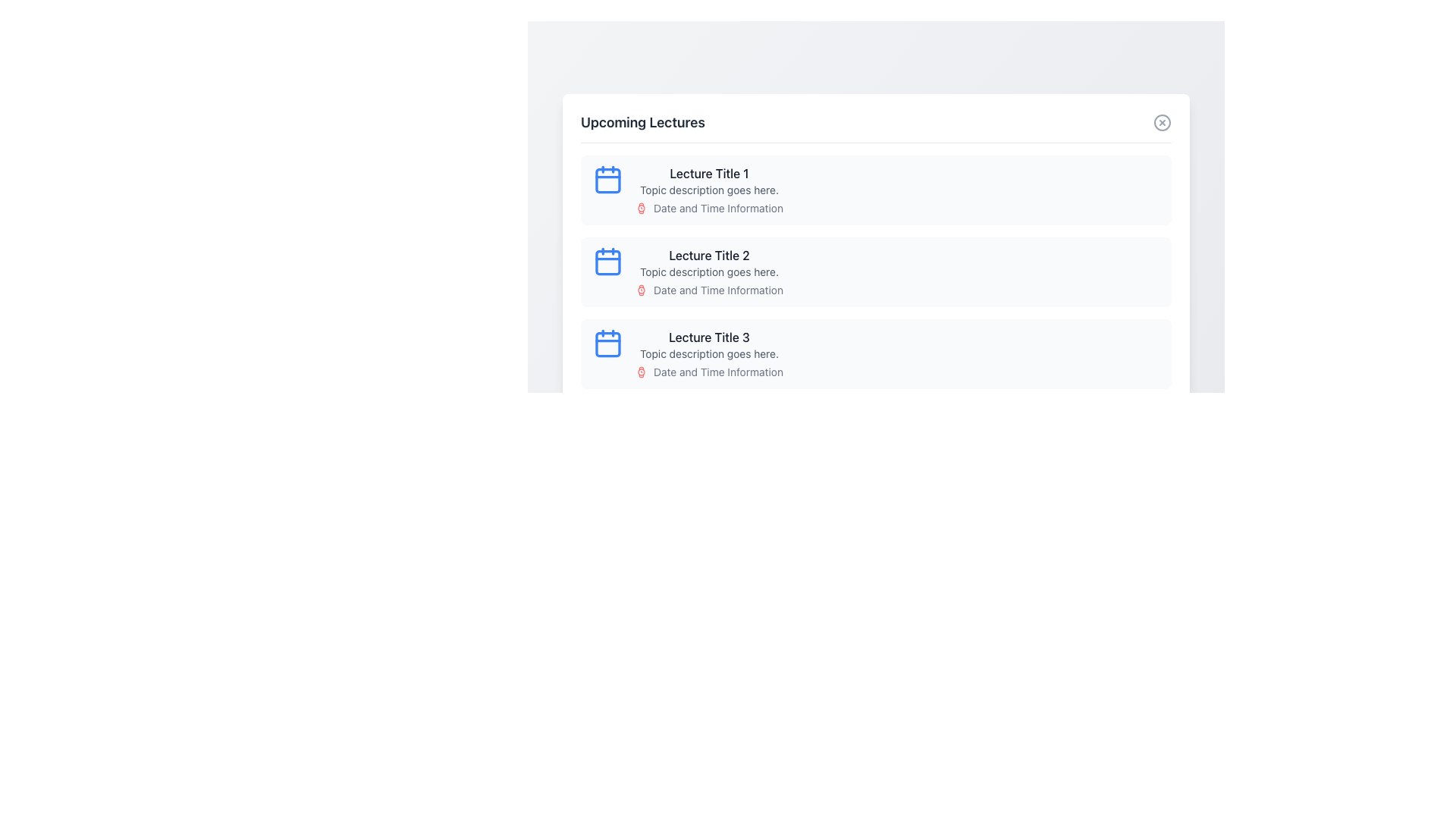 This screenshot has height=819, width=1456. Describe the element at coordinates (641, 208) in the screenshot. I see `the icon that represents date and time information, which is the leftmost item in the group associated with the 'Date and Time Information' label for the first lecture item` at that location.